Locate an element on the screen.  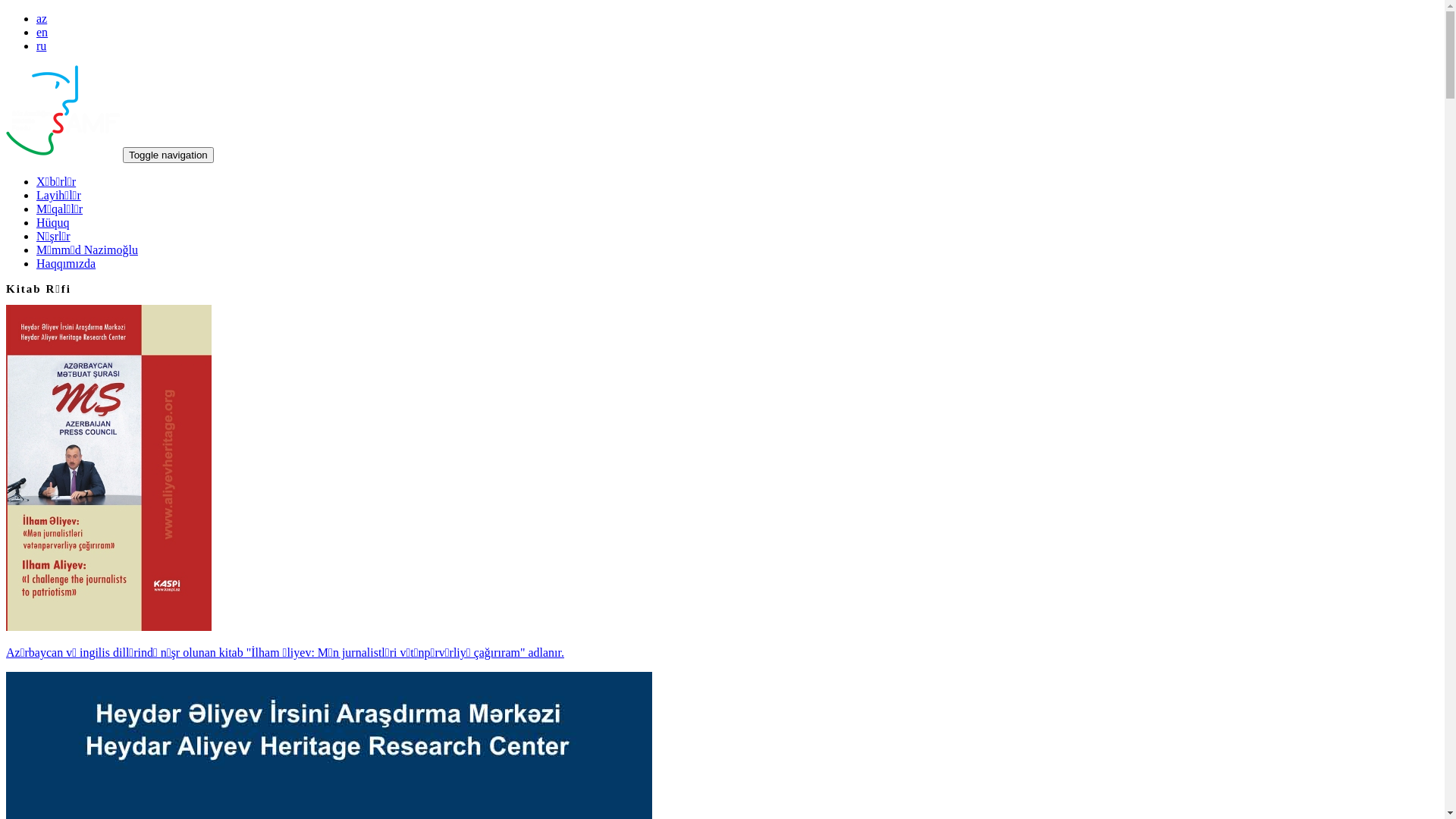
'az' is located at coordinates (36, 18).